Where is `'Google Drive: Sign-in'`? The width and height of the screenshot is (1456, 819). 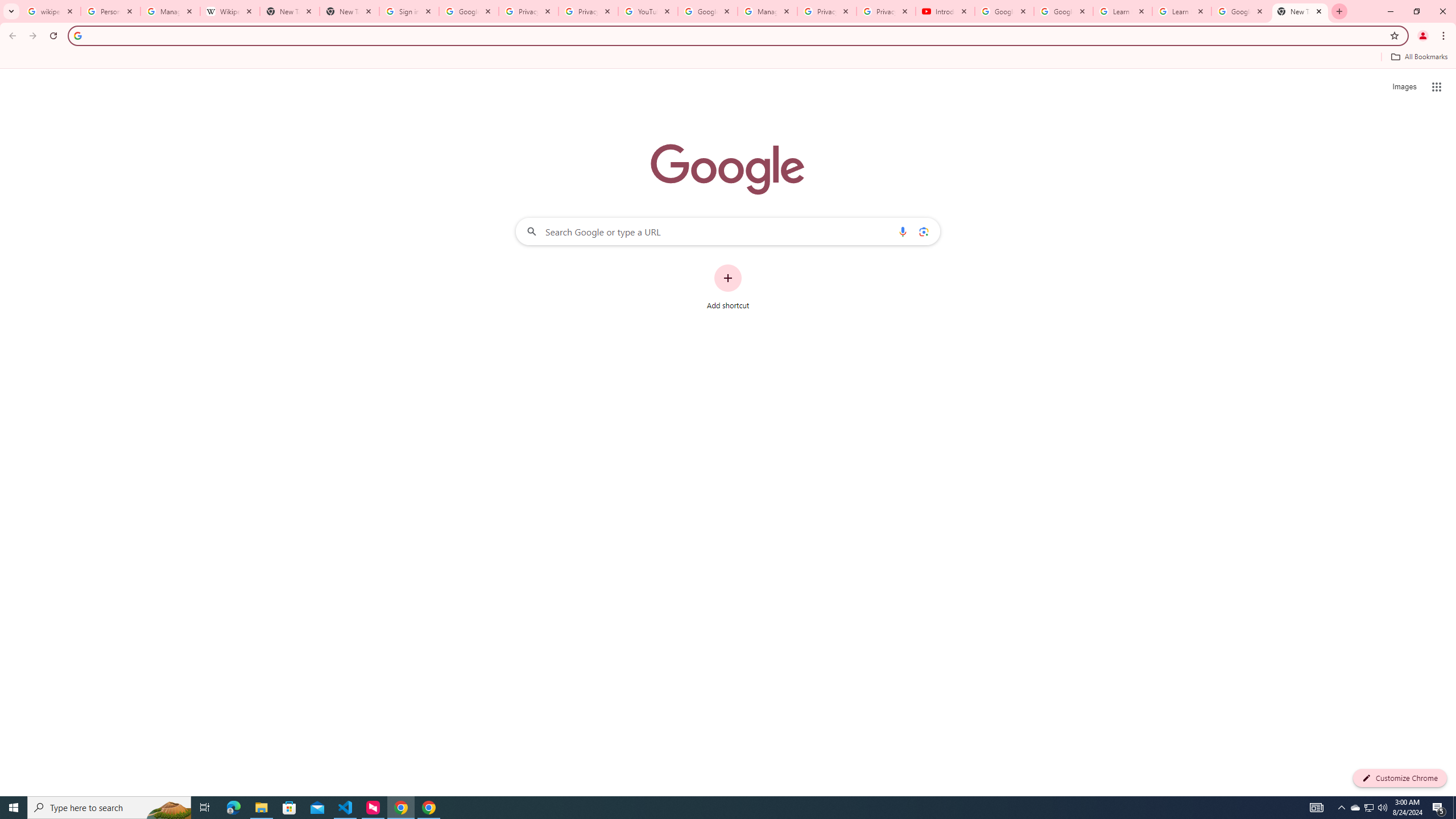 'Google Drive: Sign-in' is located at coordinates (468, 11).